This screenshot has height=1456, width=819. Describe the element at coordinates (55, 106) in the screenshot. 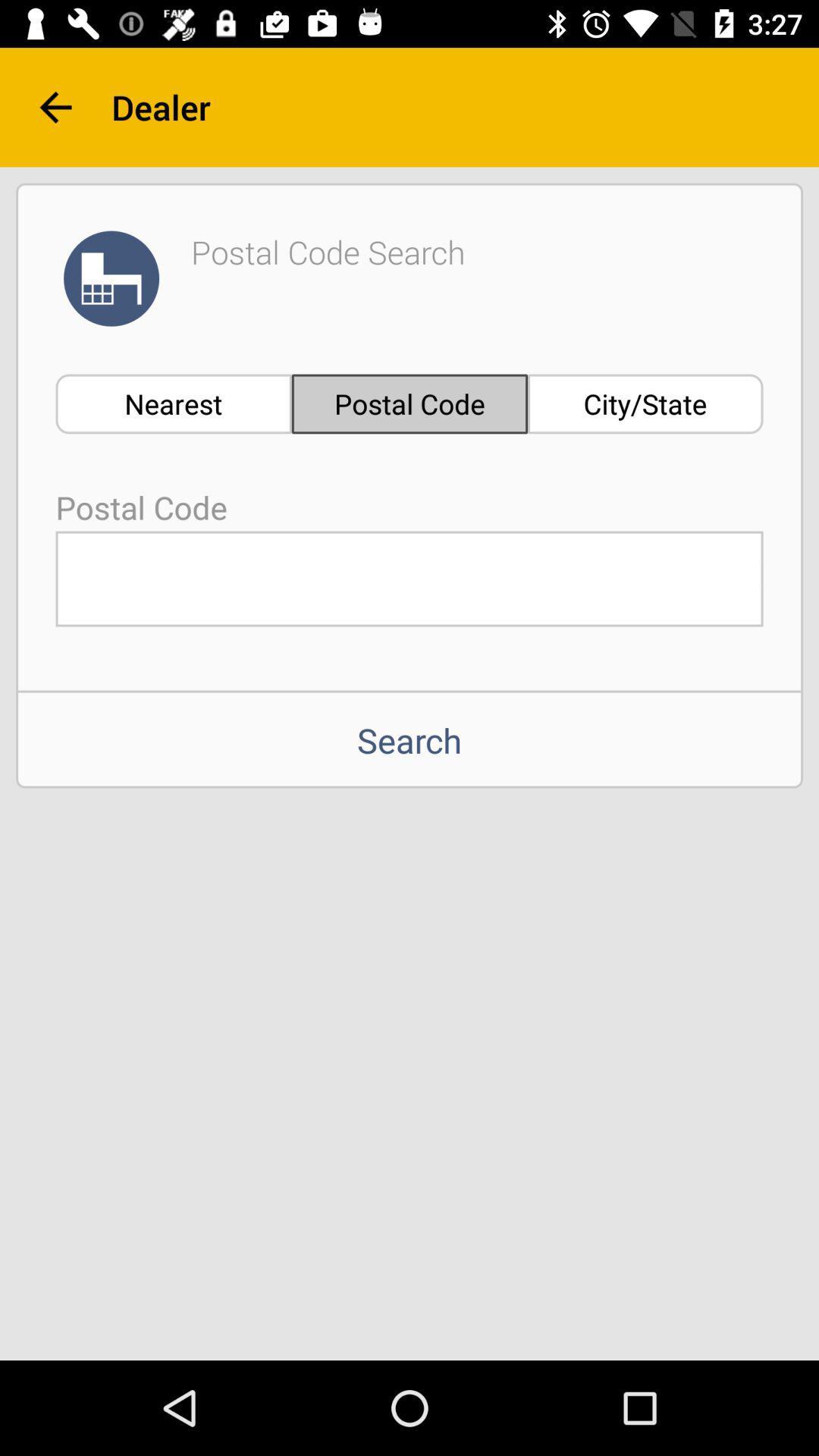

I see `the item to the left of the dealer icon` at that location.